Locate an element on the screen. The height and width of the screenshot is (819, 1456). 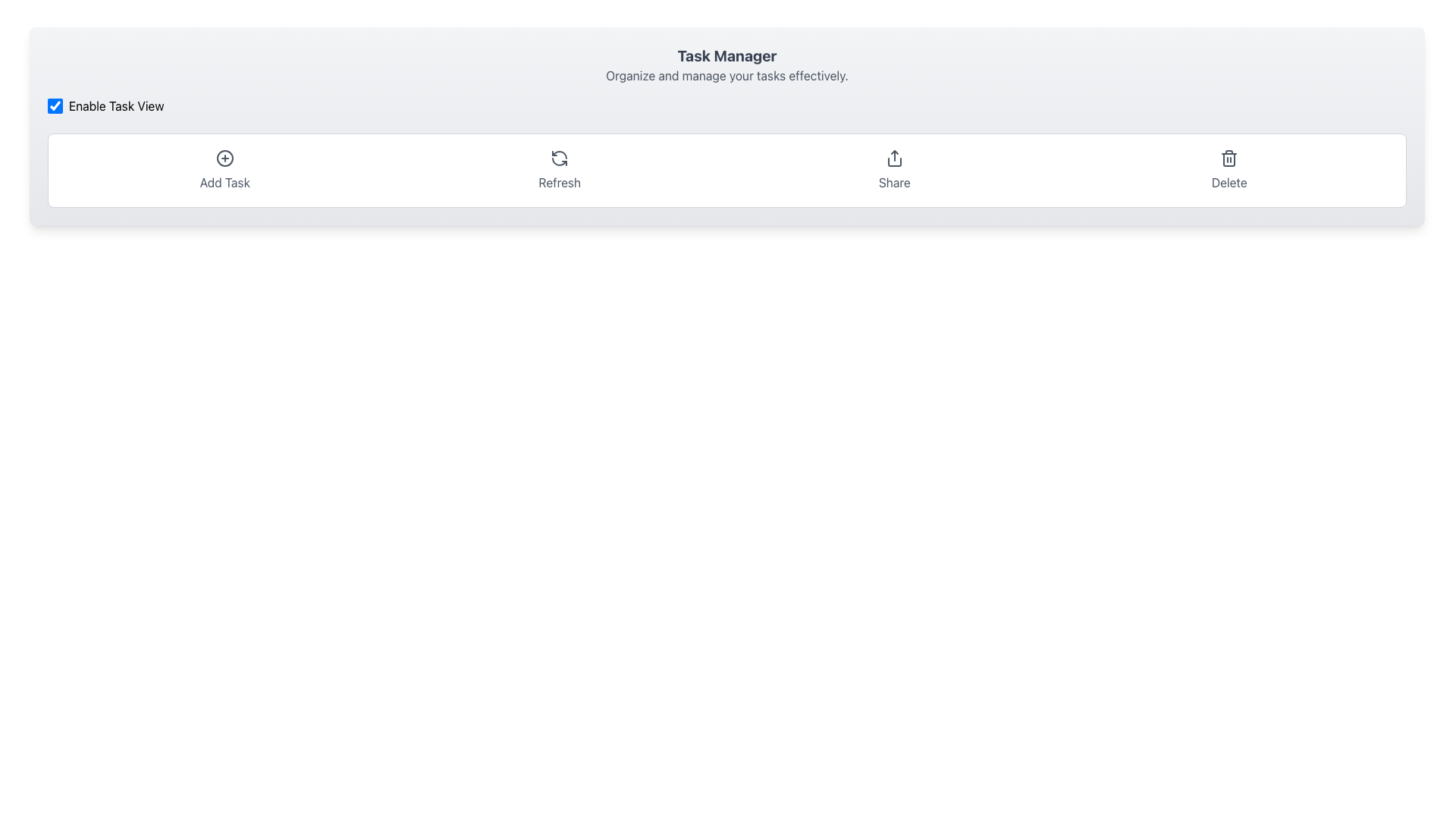
descriptive label positioned below the '+' icon in the lower part of the horizontal tool menu is located at coordinates (224, 181).